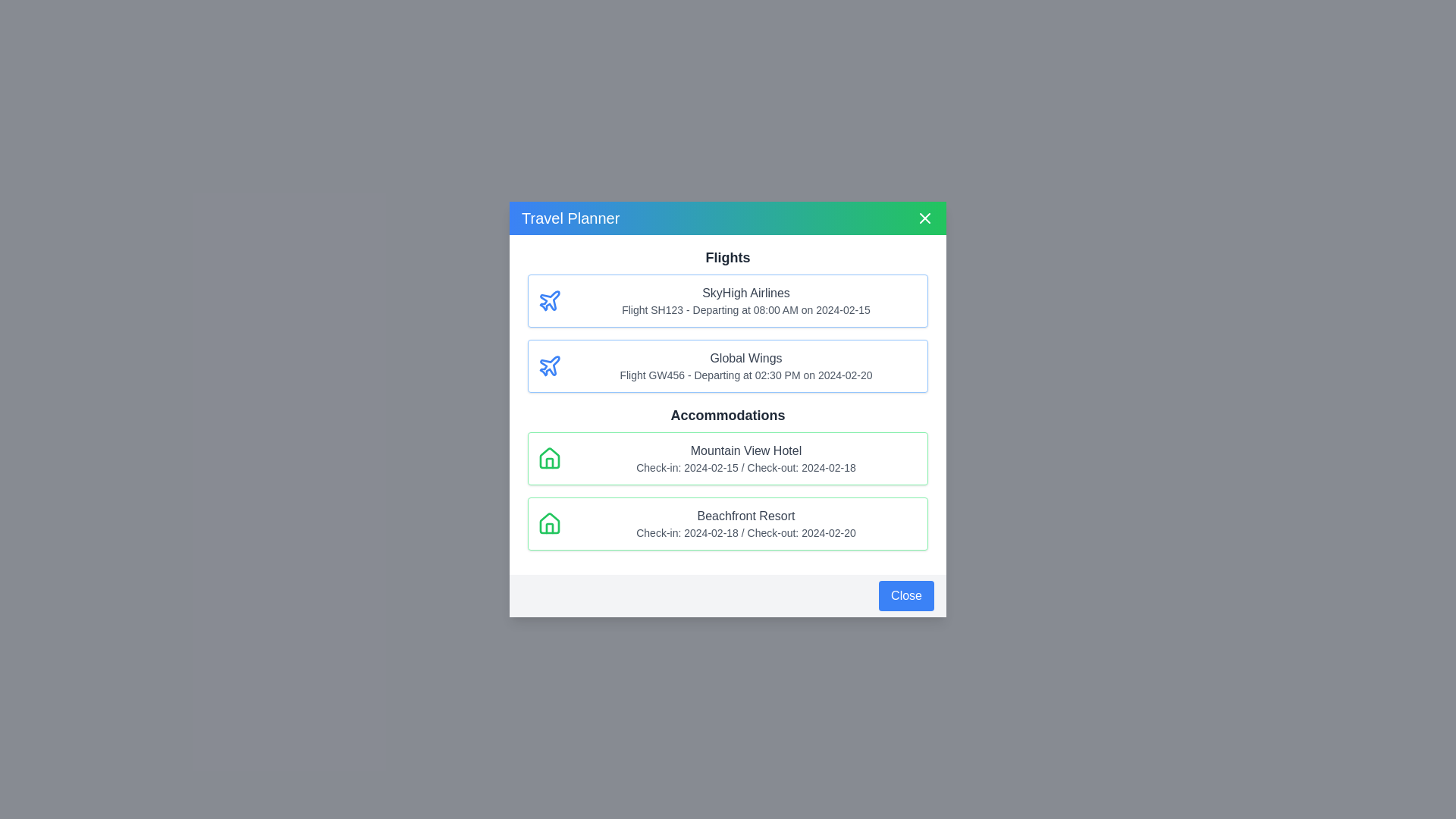  I want to click on the 'Accommodations' header, which is styled in bold dark gray and is the third header in the vertical sequence of section headers, located between 'Global Wings' flight details and 'Mountain View Hotel.', so click(728, 415).